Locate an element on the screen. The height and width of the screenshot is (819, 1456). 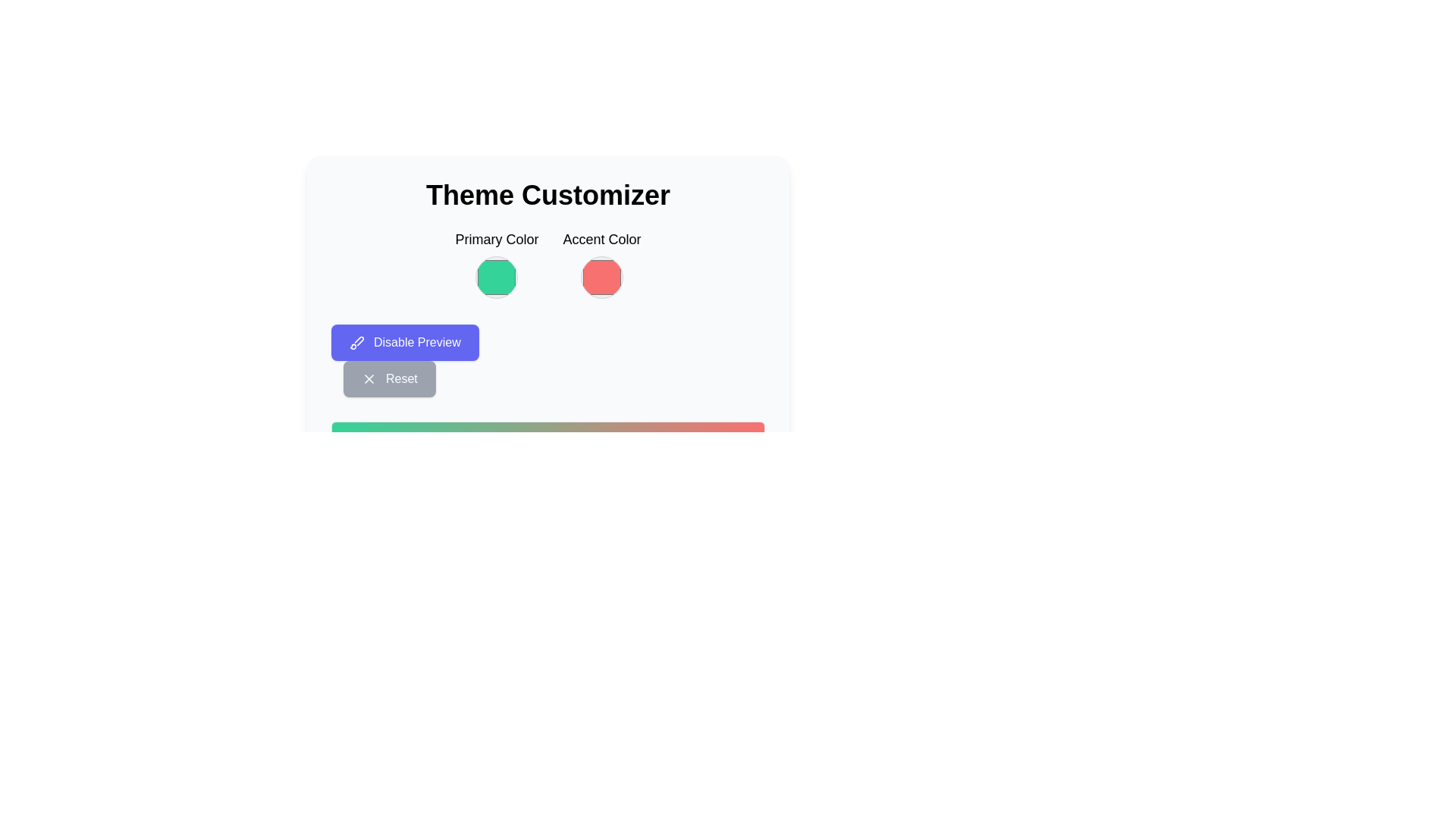
the rectangular button with a purple background and white text reading 'Disable Preview' to observe a visual state change is located at coordinates (405, 342).